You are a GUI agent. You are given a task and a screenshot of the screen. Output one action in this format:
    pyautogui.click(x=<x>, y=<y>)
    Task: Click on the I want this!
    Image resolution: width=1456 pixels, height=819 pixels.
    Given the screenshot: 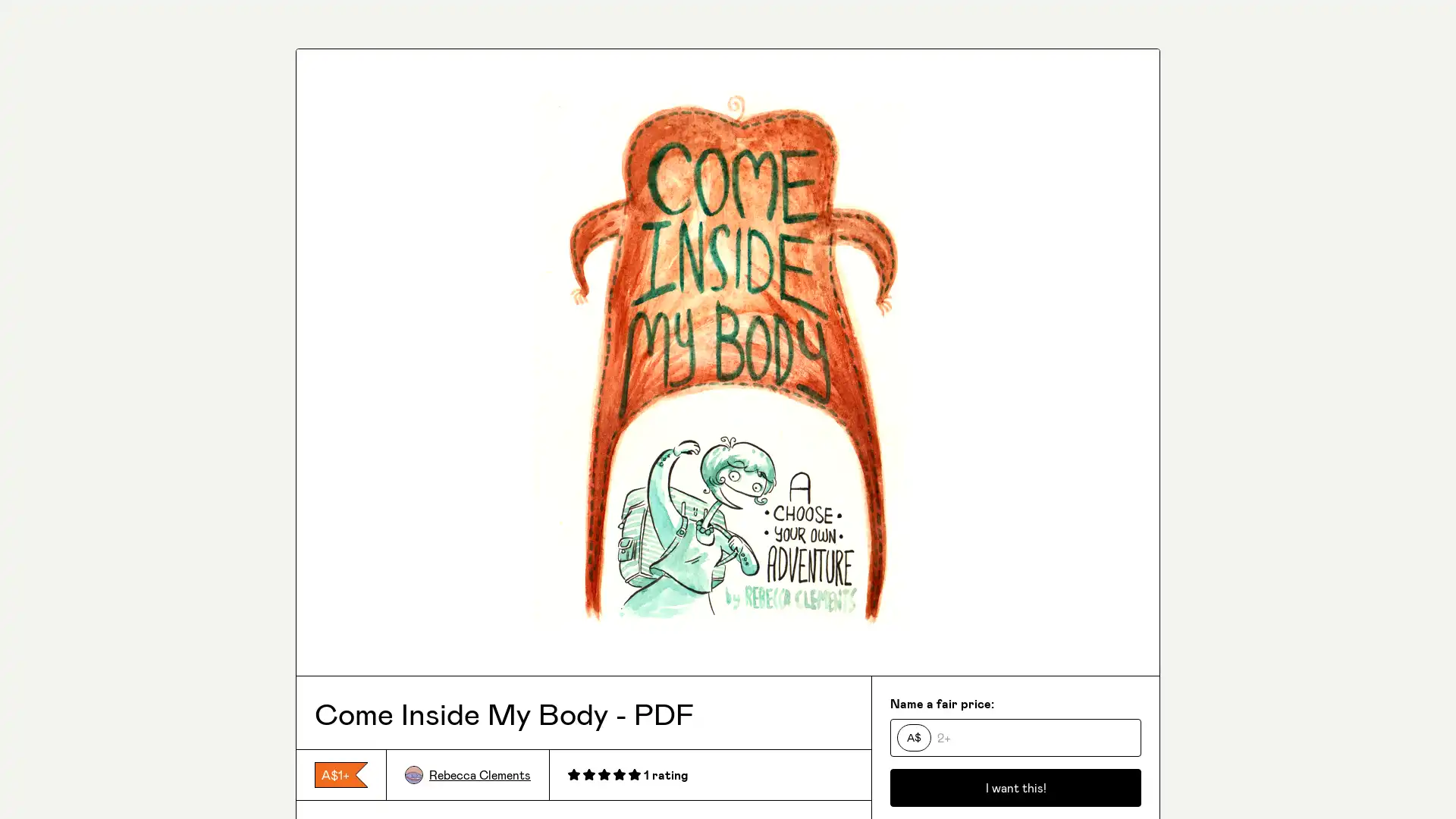 What is the action you would take?
    pyautogui.click(x=1015, y=786)
    